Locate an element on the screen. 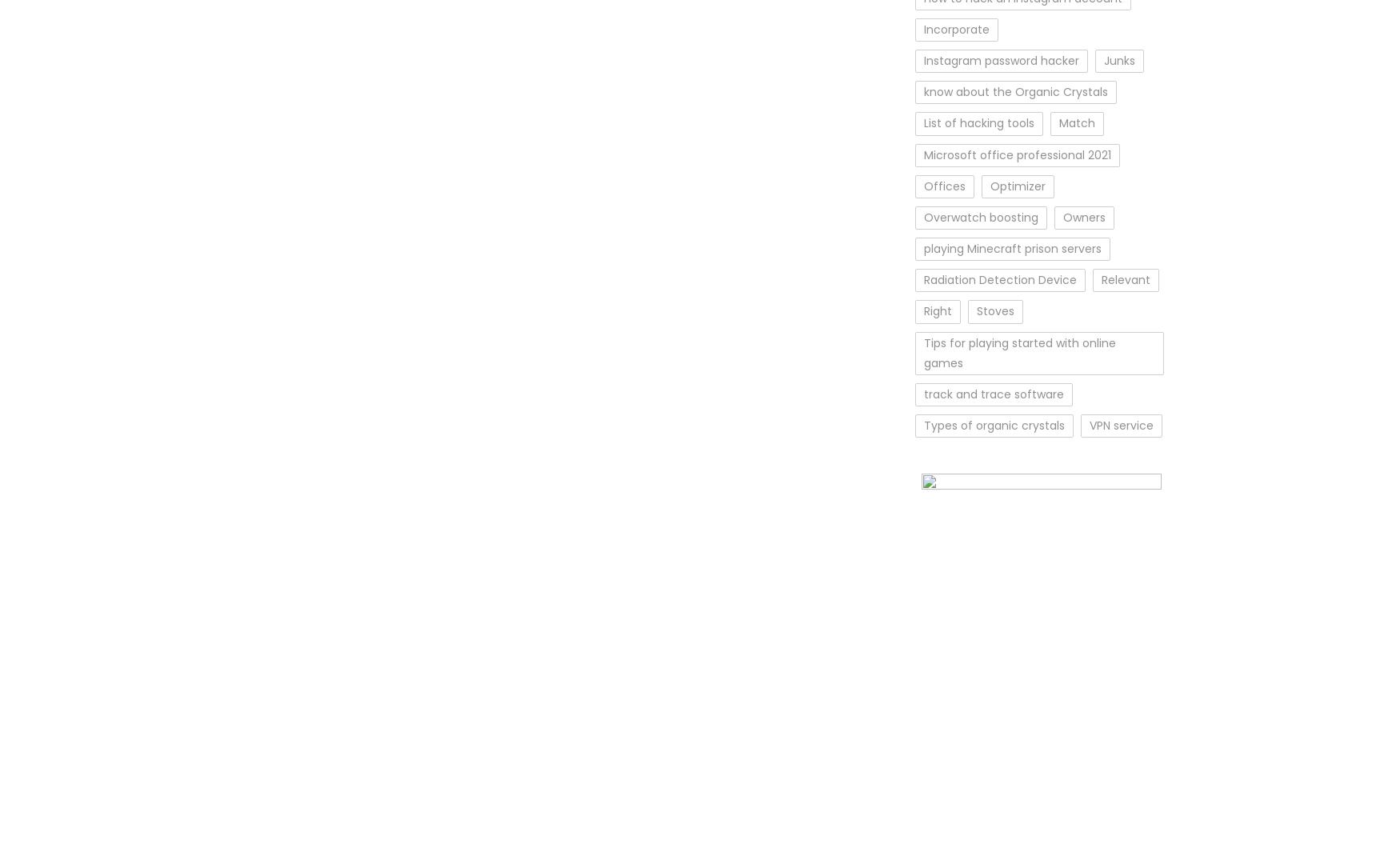 Image resolution: width=1400 pixels, height=852 pixels. 'Right' is located at coordinates (937, 310).